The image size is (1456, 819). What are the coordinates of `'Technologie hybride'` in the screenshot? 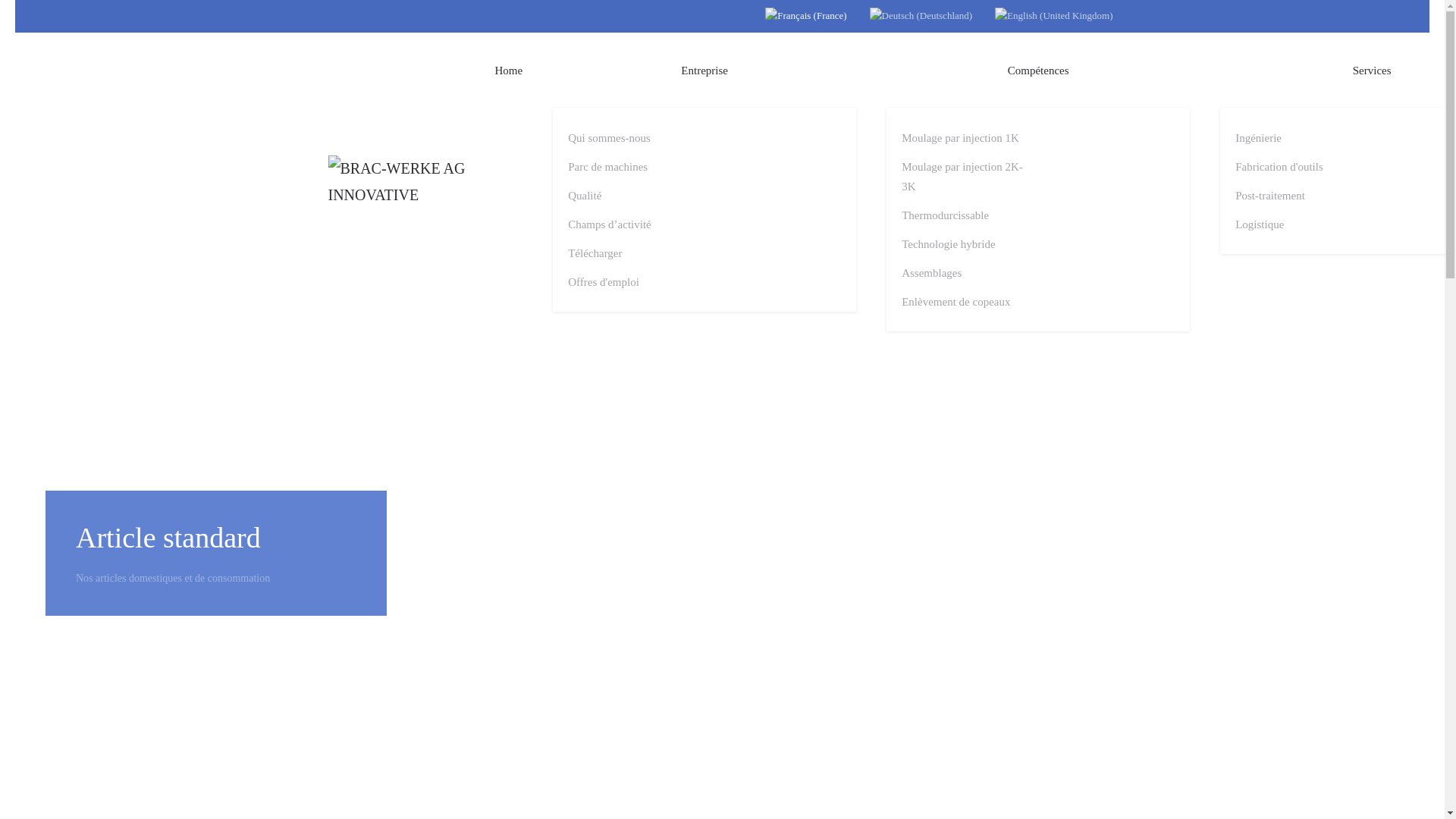 It's located at (902, 243).